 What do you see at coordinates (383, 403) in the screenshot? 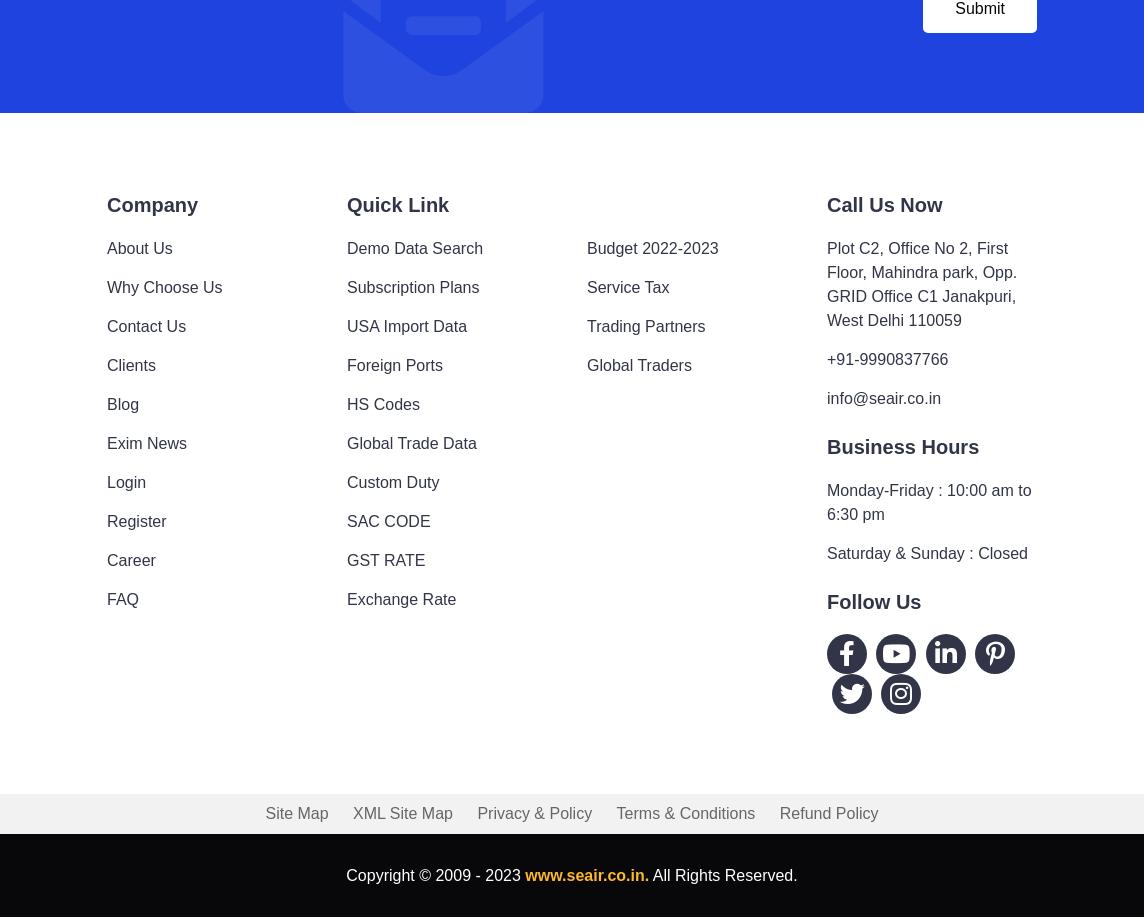
I see `'HS Codes'` at bounding box center [383, 403].